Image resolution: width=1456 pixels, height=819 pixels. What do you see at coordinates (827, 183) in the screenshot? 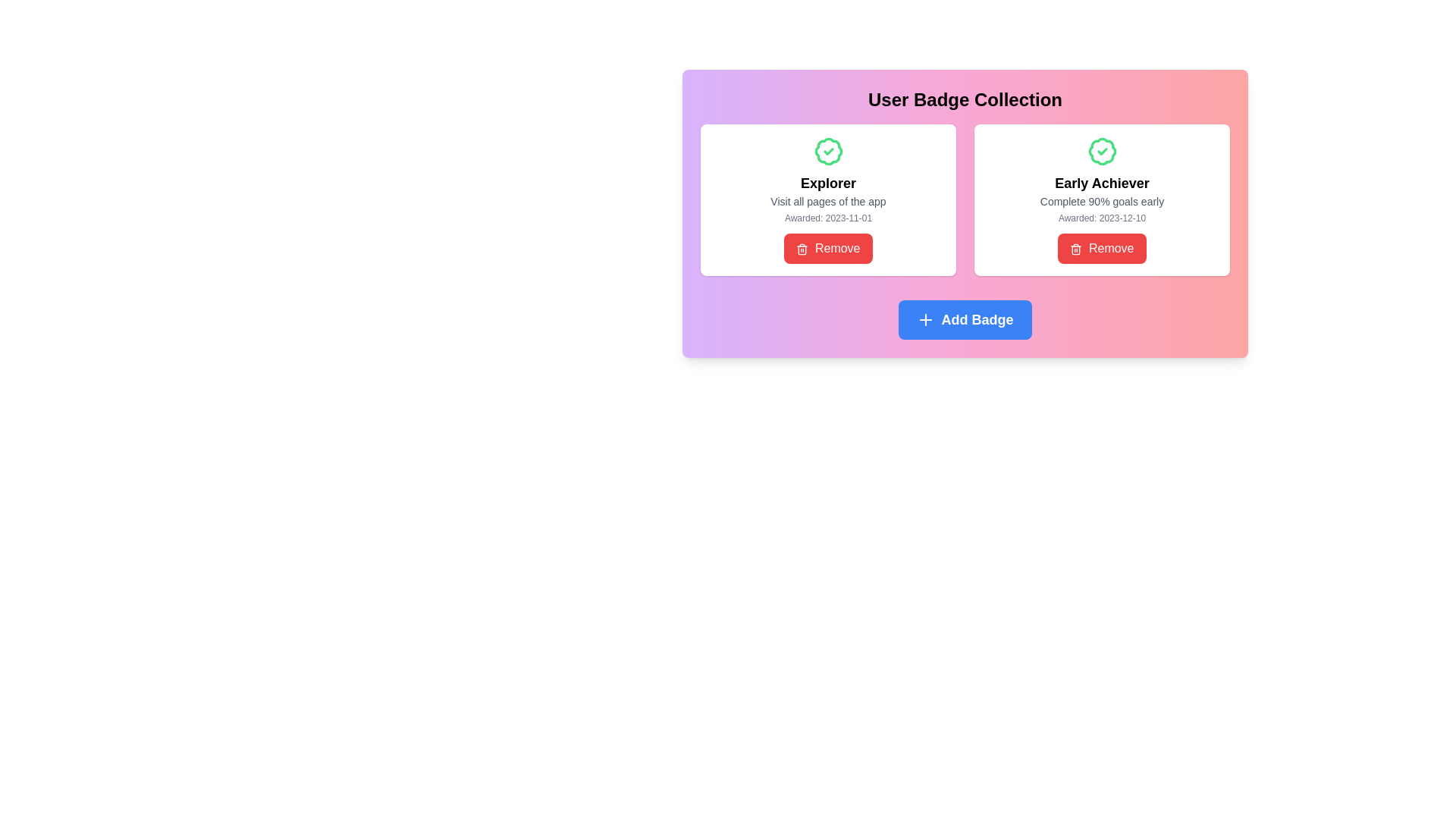
I see `the prominently styled static text label displaying the word 'Explorer', which is located within the left card of the 'User Badge Collection' section, positioned below a green badge icon and above the description text labeled 'Visit all pages of the app'` at bounding box center [827, 183].